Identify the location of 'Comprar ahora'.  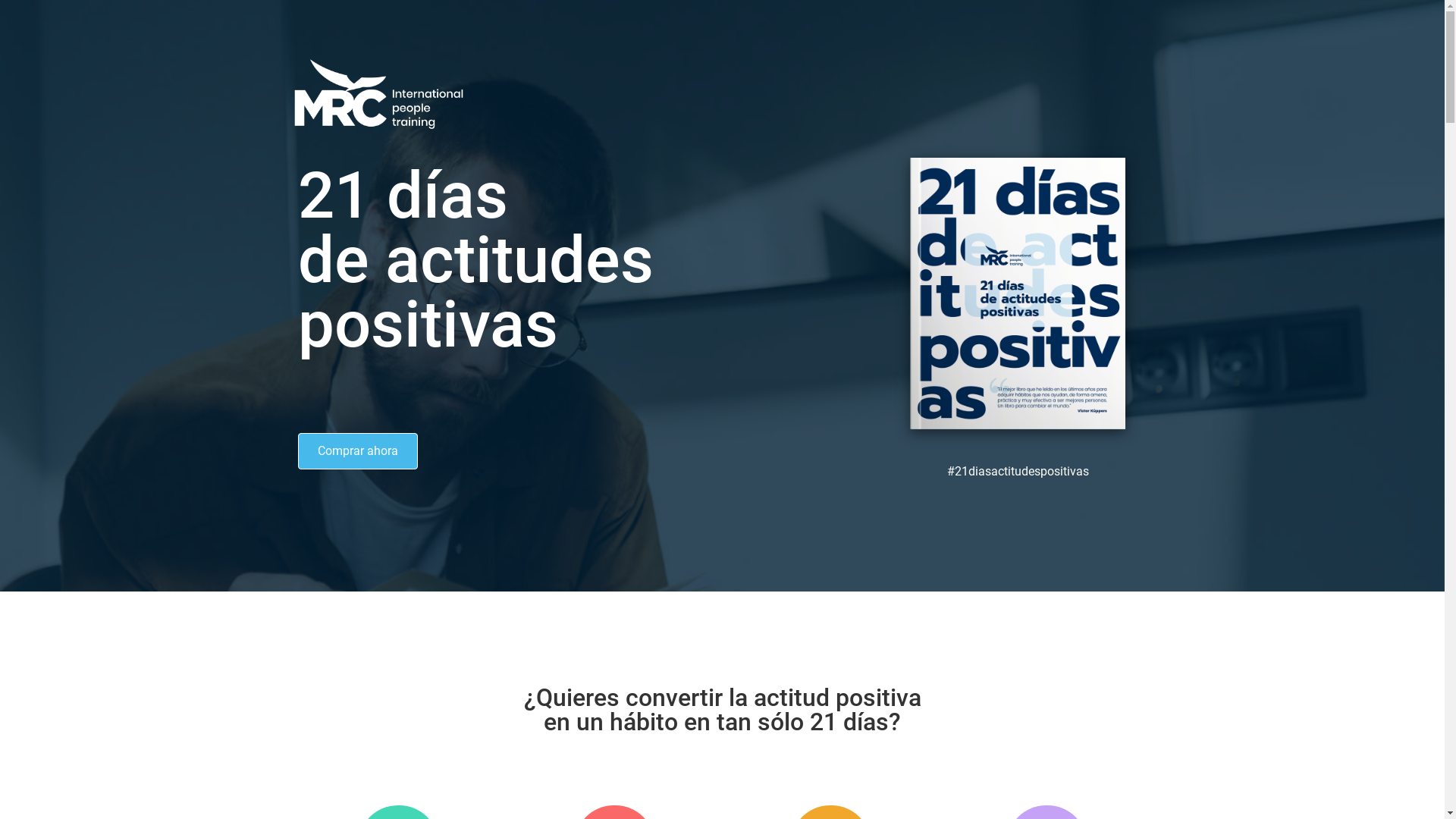
(356, 450).